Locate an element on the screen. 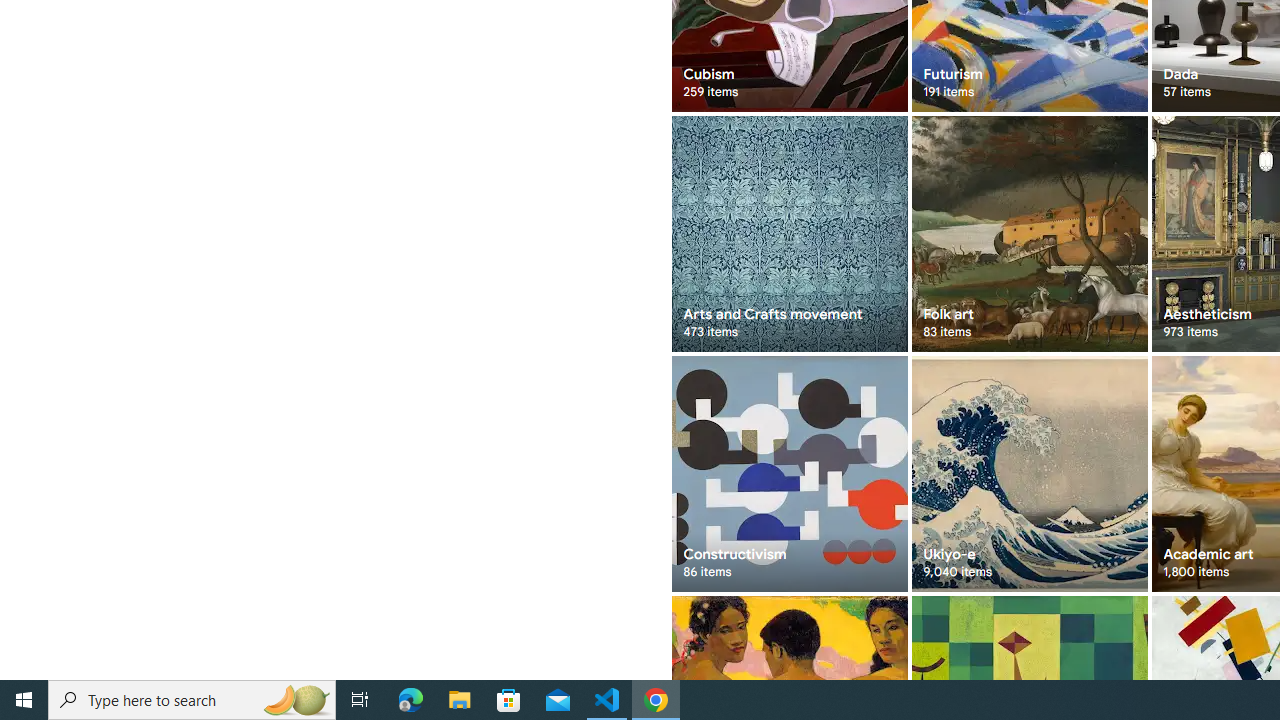  'Constructivism 86 items' is located at coordinates (788, 473).